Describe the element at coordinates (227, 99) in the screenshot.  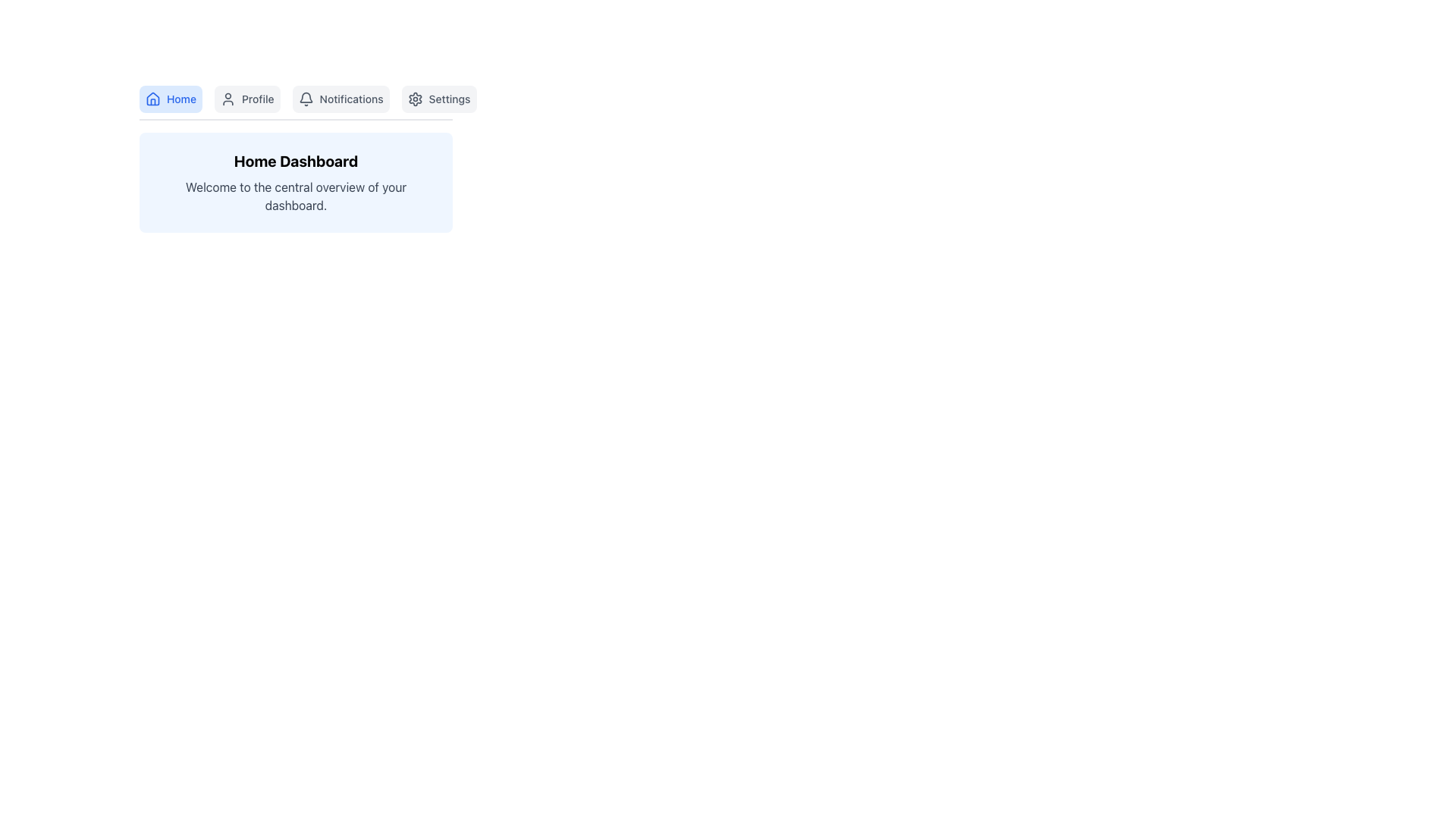
I see `the Profile button by moving the cursor to the icon that indicates navigation to the user's profile page` at that location.